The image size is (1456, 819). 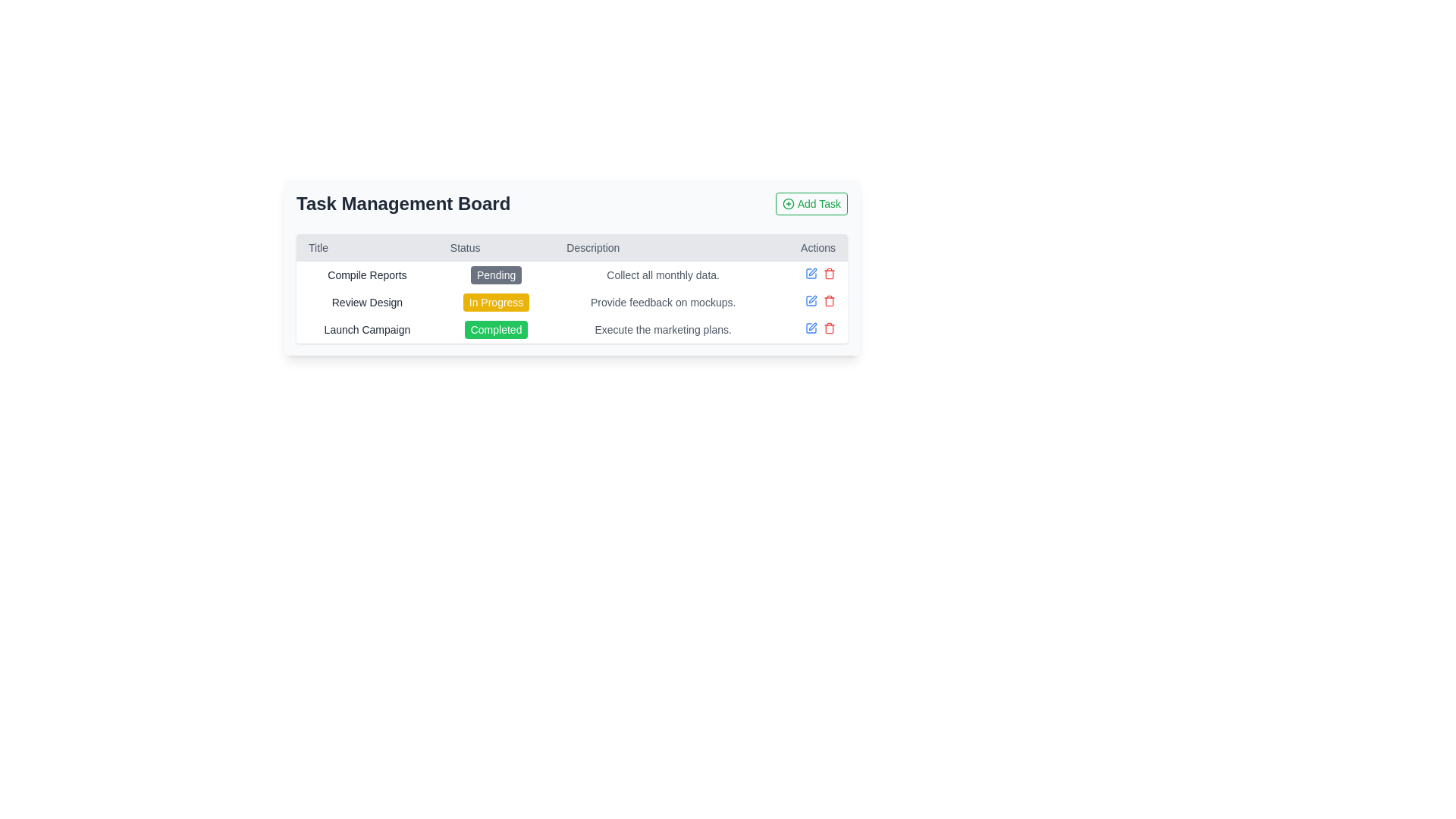 I want to click on the buttons contained within the last column of the 'Launch Campaign' row in the task management table, so click(x=809, y=327).